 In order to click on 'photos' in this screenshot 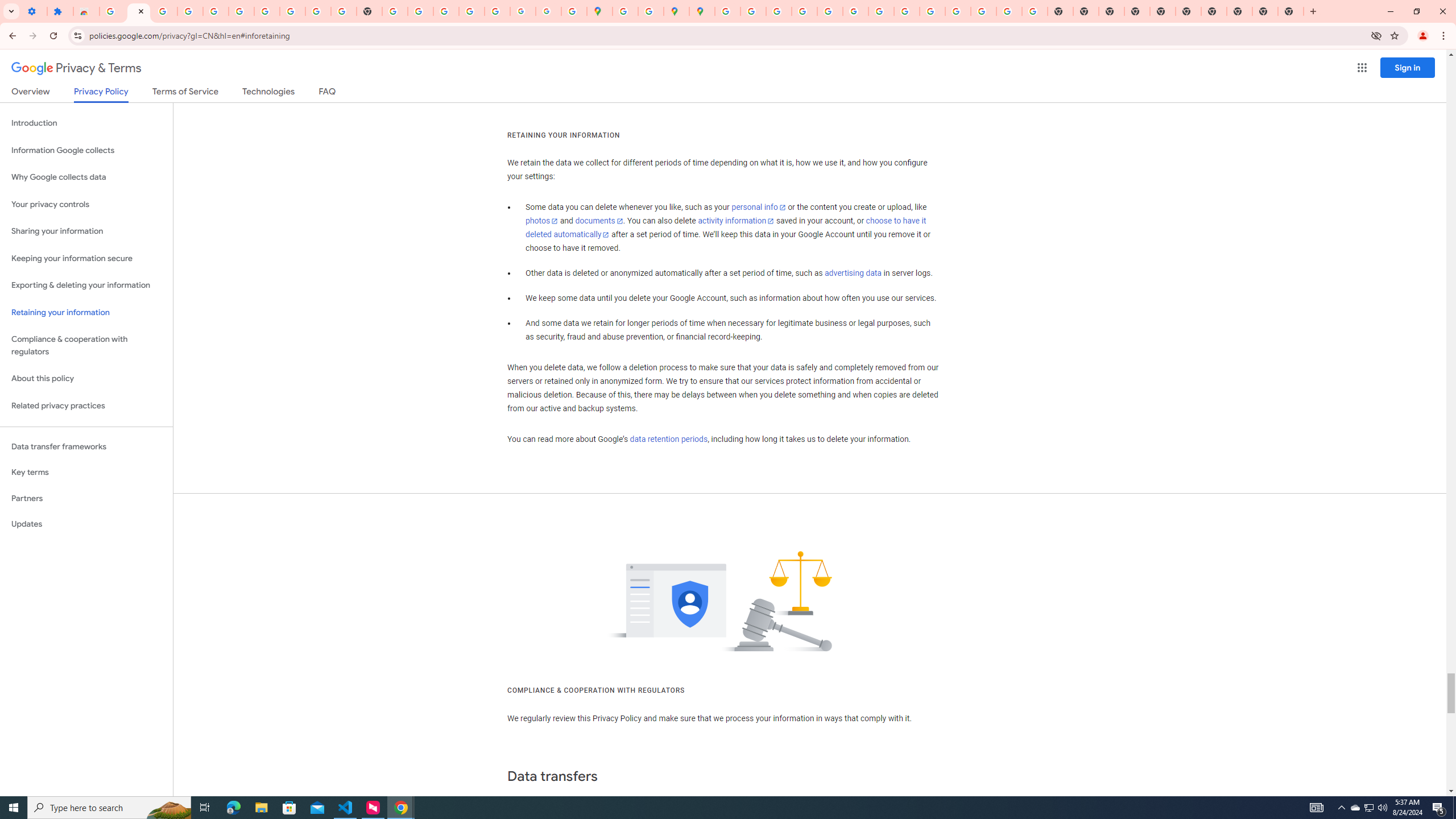, I will do `click(542, 220)`.